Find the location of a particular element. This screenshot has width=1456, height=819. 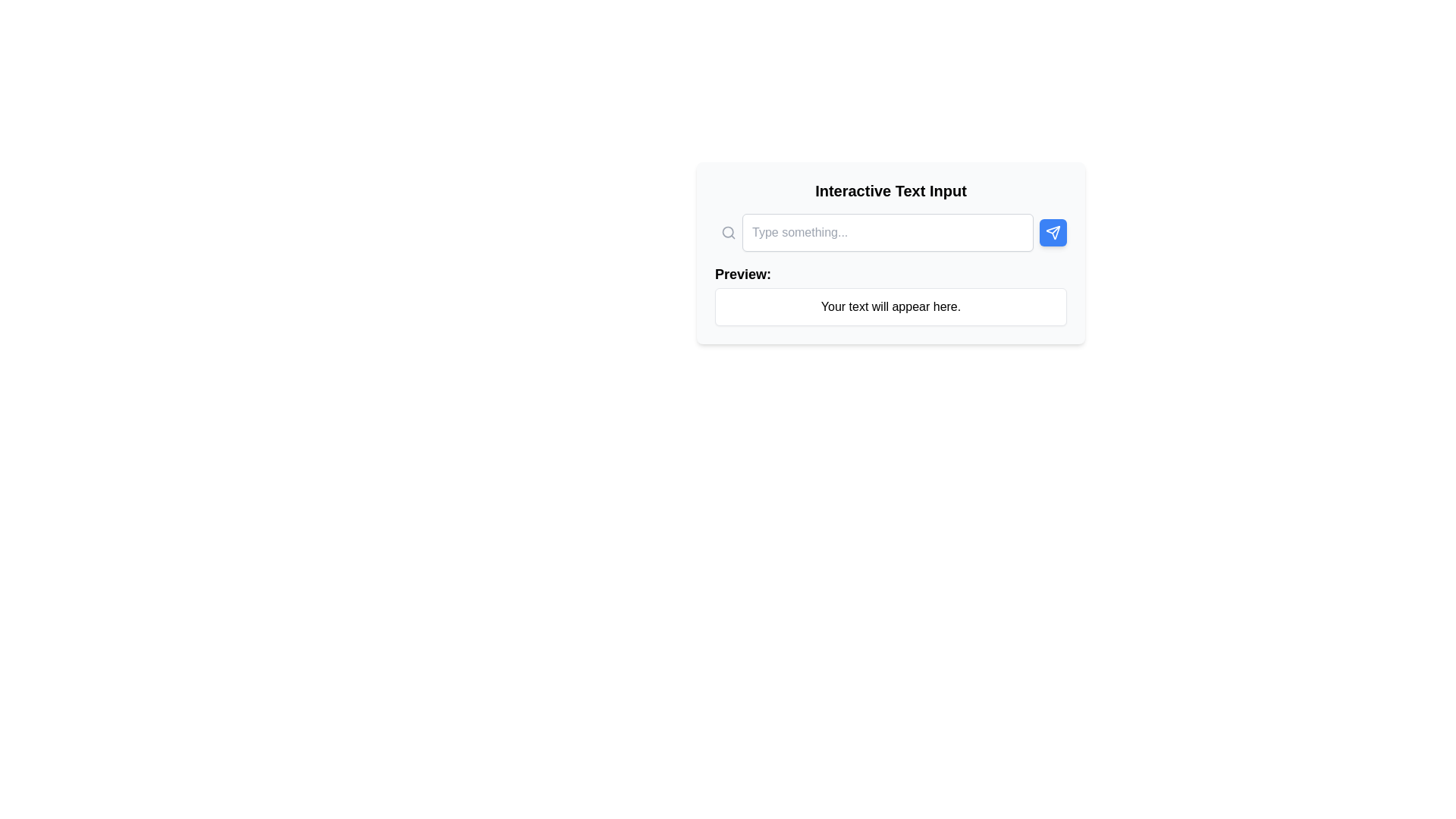

the paper plane icon located on the right side of the input field inside a blue button, which is centrally positioned within the interactive UI segment is located at coordinates (1052, 233).